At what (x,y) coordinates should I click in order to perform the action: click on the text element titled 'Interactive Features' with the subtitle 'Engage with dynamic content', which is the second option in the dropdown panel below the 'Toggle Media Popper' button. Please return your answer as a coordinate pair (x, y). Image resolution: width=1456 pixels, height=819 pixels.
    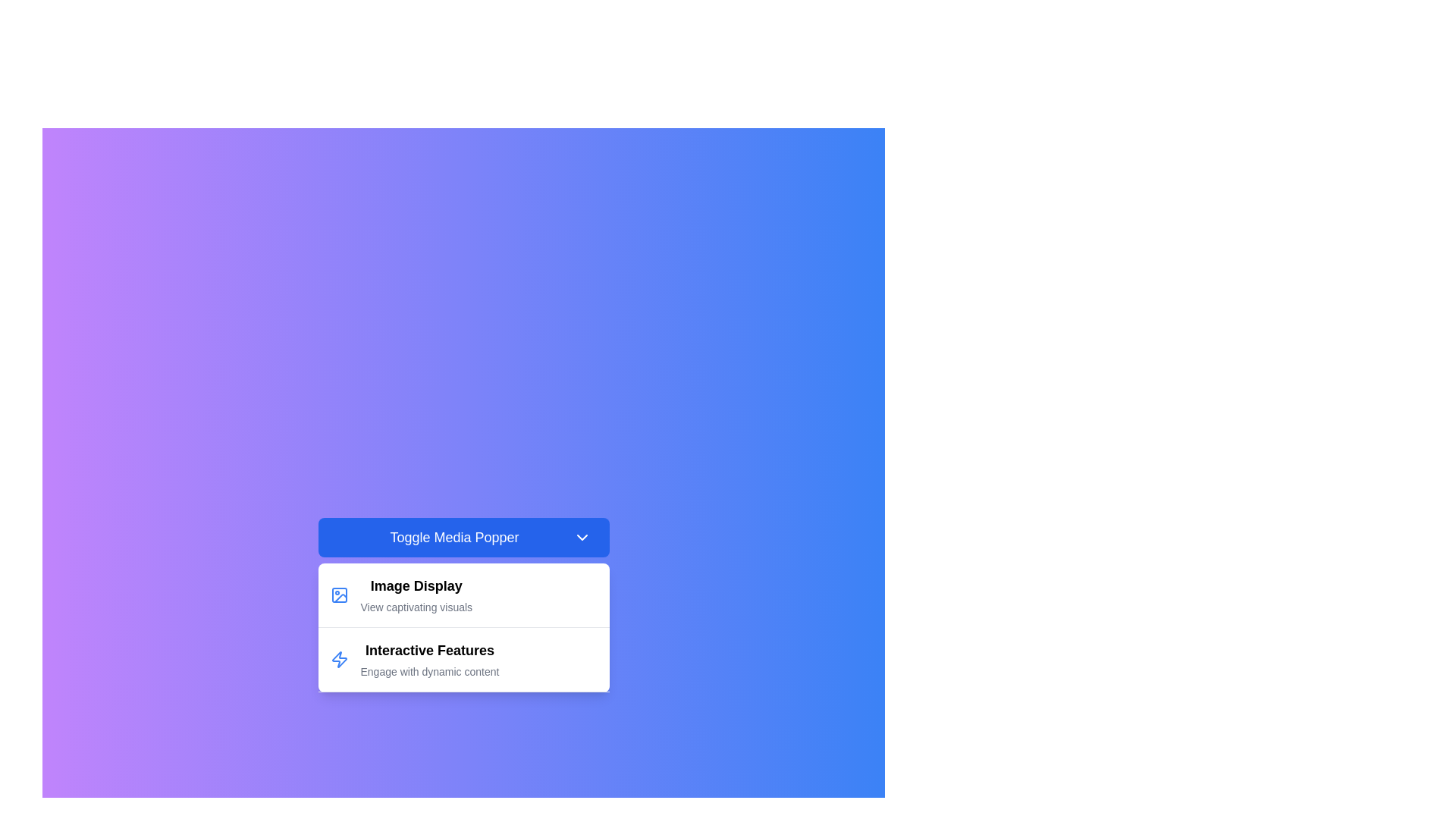
    Looking at the image, I should click on (428, 659).